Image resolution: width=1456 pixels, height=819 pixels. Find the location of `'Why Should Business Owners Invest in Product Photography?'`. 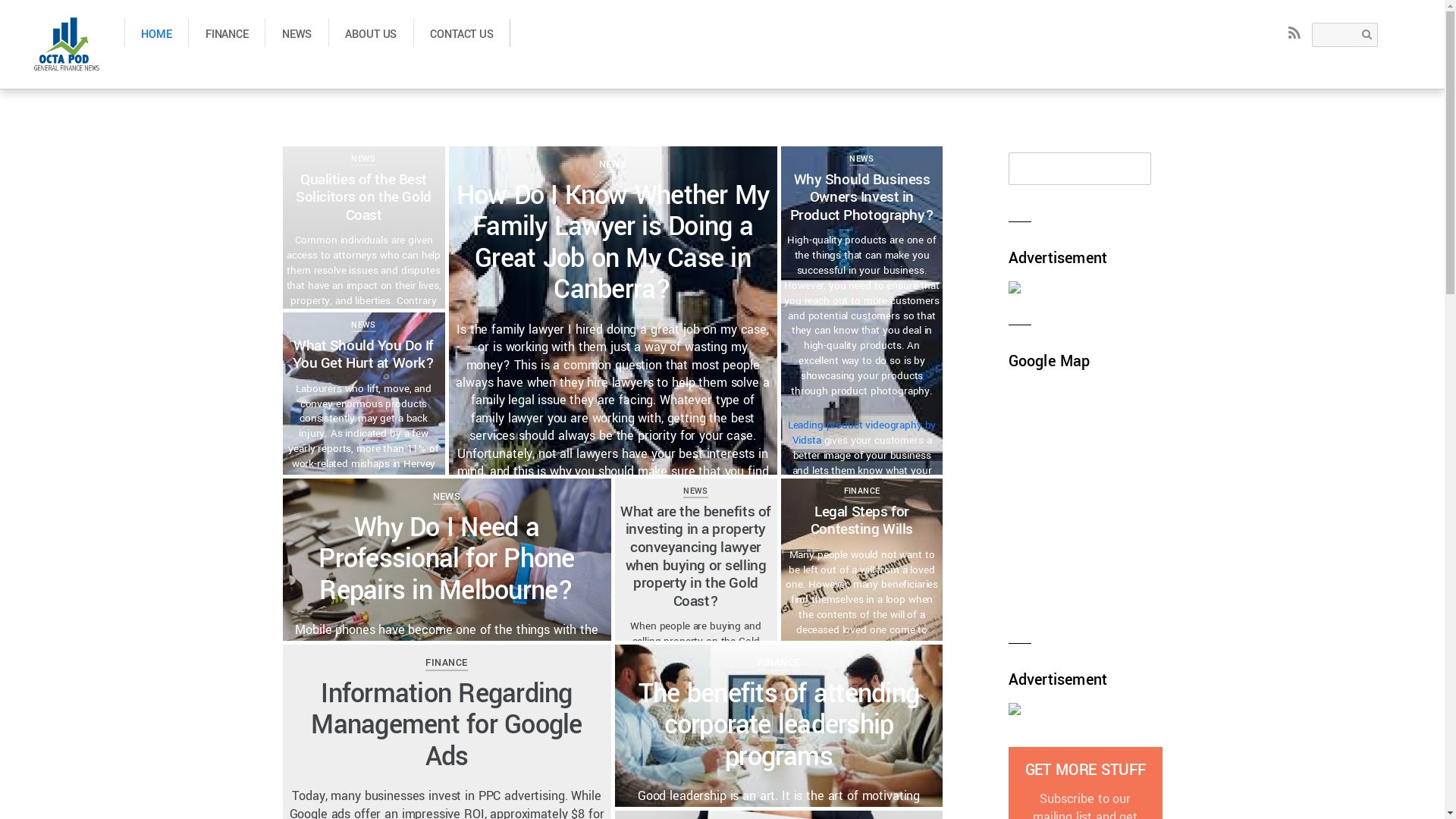

'Why Should Business Owners Invest in Product Photography?' is located at coordinates (789, 196).